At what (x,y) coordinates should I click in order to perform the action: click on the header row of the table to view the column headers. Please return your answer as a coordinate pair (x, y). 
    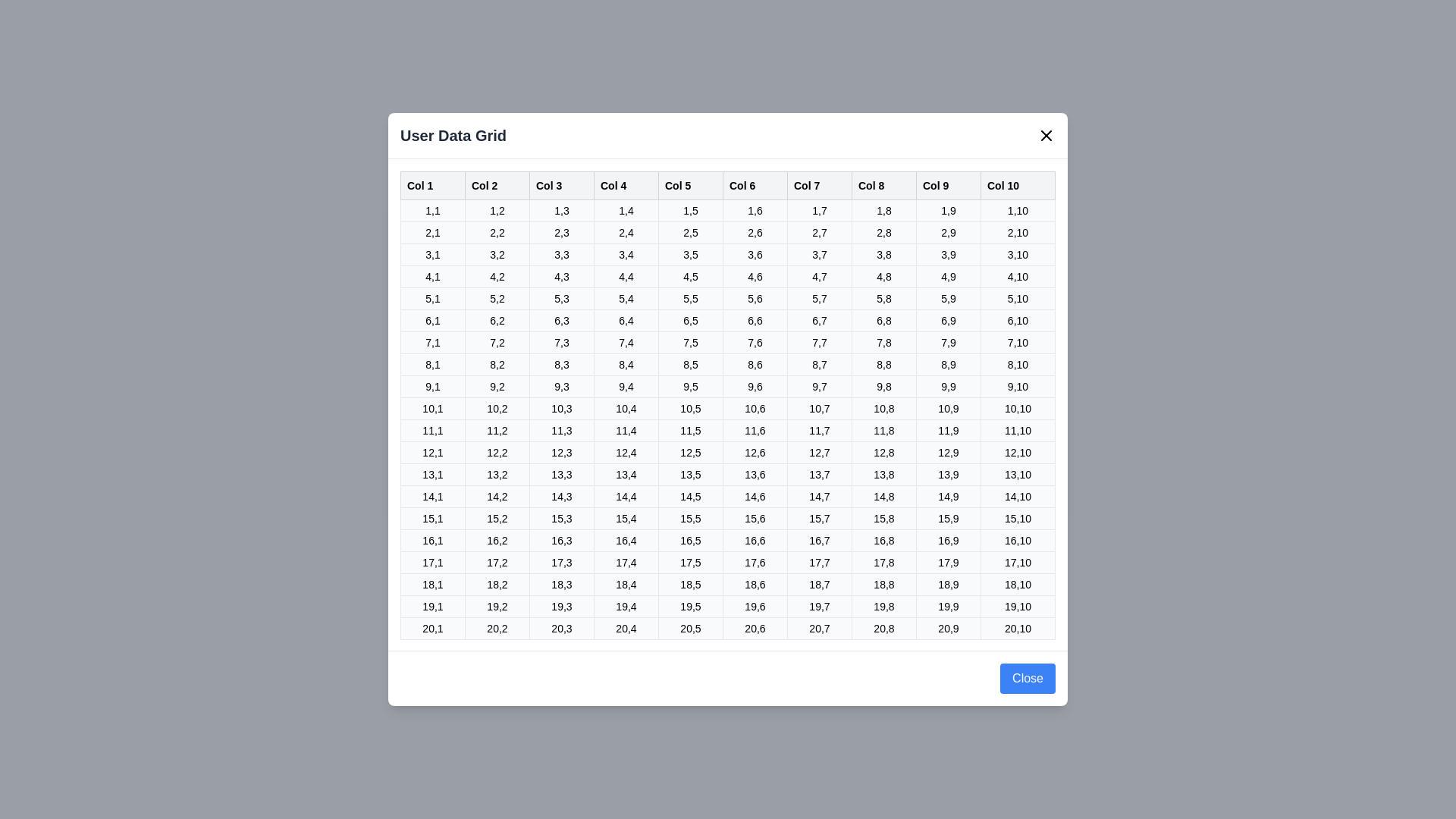
    Looking at the image, I should click on (728, 185).